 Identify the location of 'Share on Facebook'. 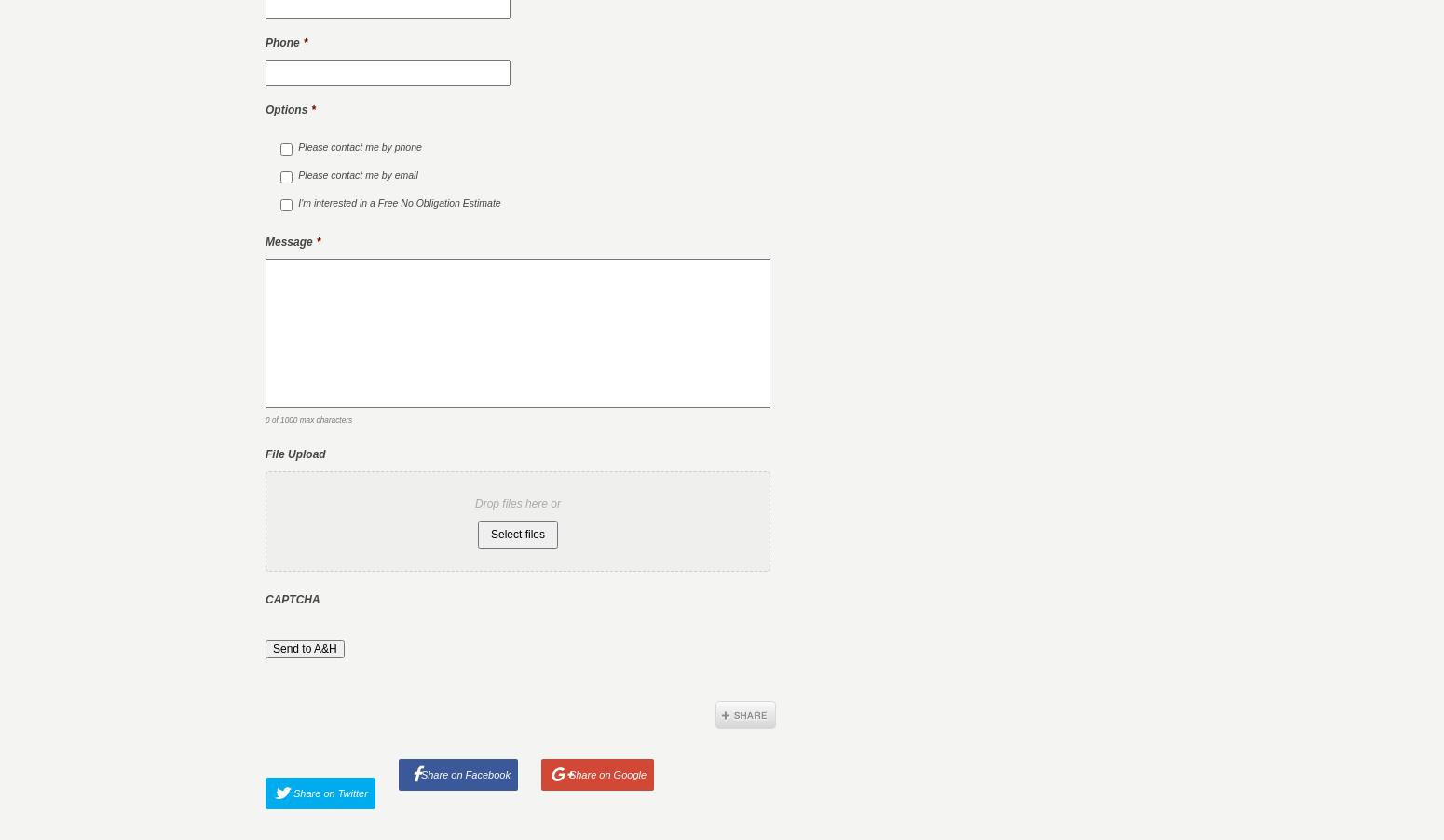
(463, 774).